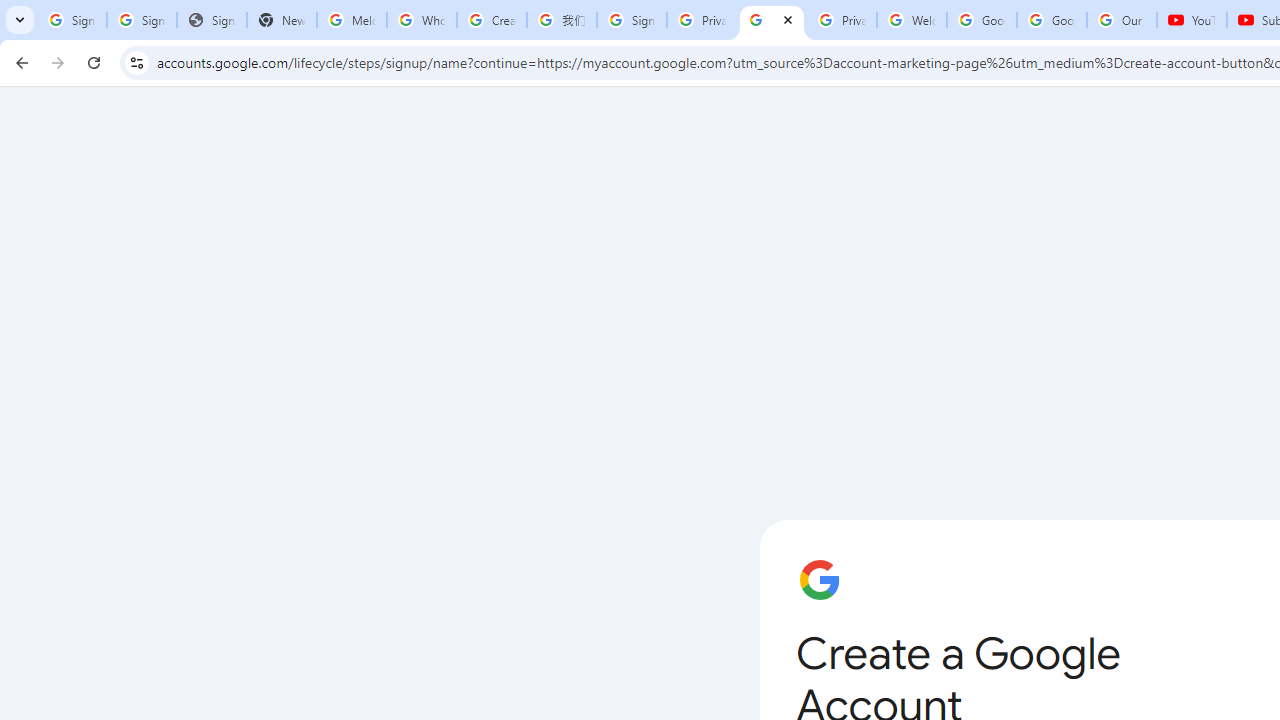 Image resolution: width=1280 pixels, height=720 pixels. What do you see at coordinates (492, 20) in the screenshot?
I see `'Create your Google Account'` at bounding box center [492, 20].